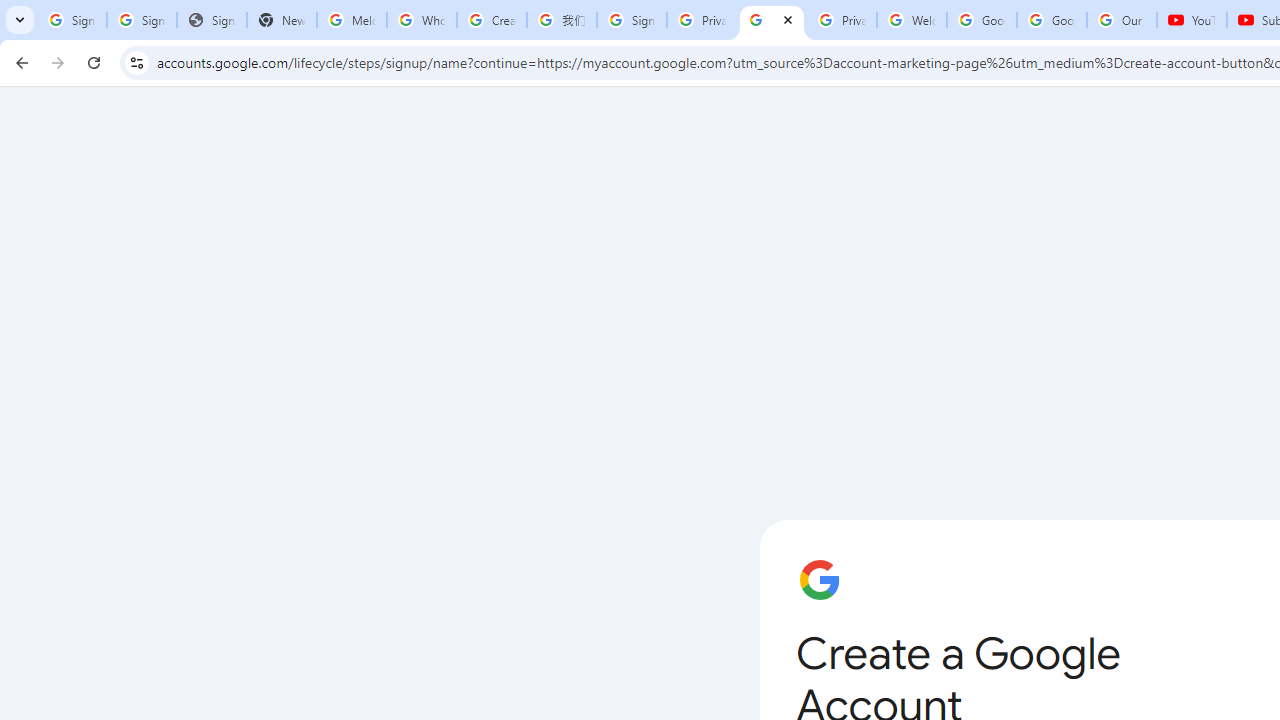 Image resolution: width=1280 pixels, height=720 pixels. What do you see at coordinates (492, 20) in the screenshot?
I see `'Create your Google Account'` at bounding box center [492, 20].